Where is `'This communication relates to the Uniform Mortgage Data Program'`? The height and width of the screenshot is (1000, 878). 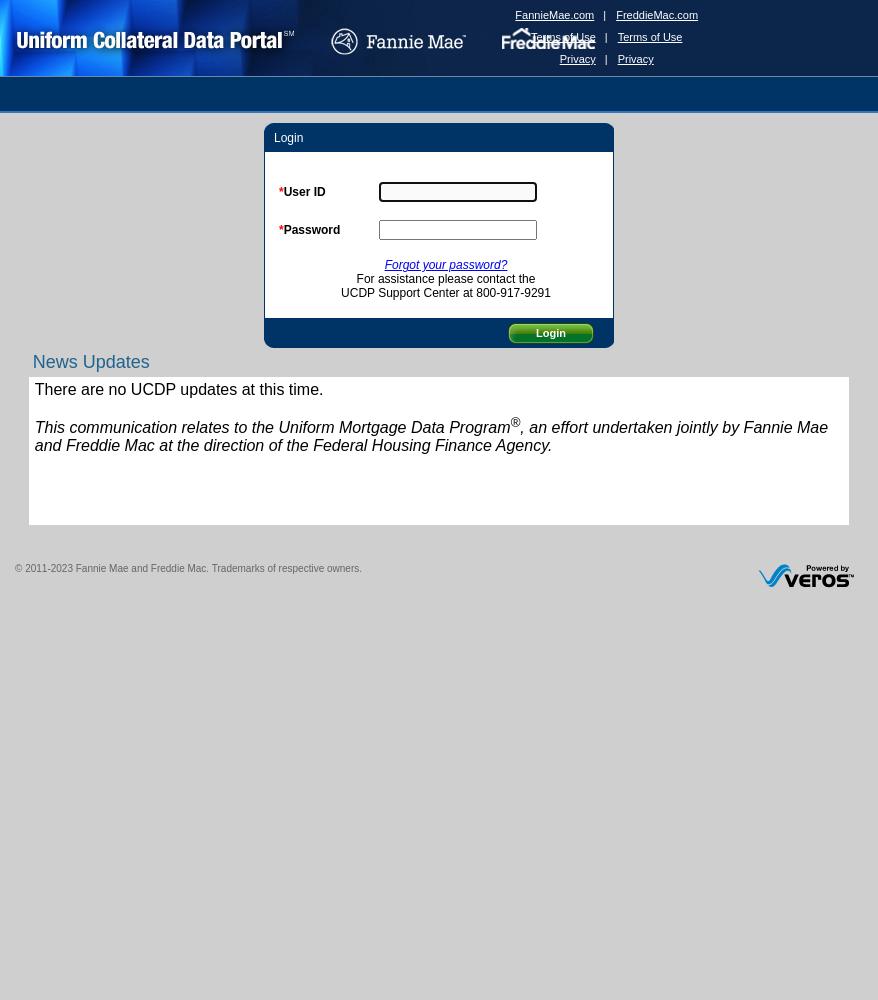
'This communication relates to the Uniform Mortgage Data Program' is located at coordinates (271, 427).